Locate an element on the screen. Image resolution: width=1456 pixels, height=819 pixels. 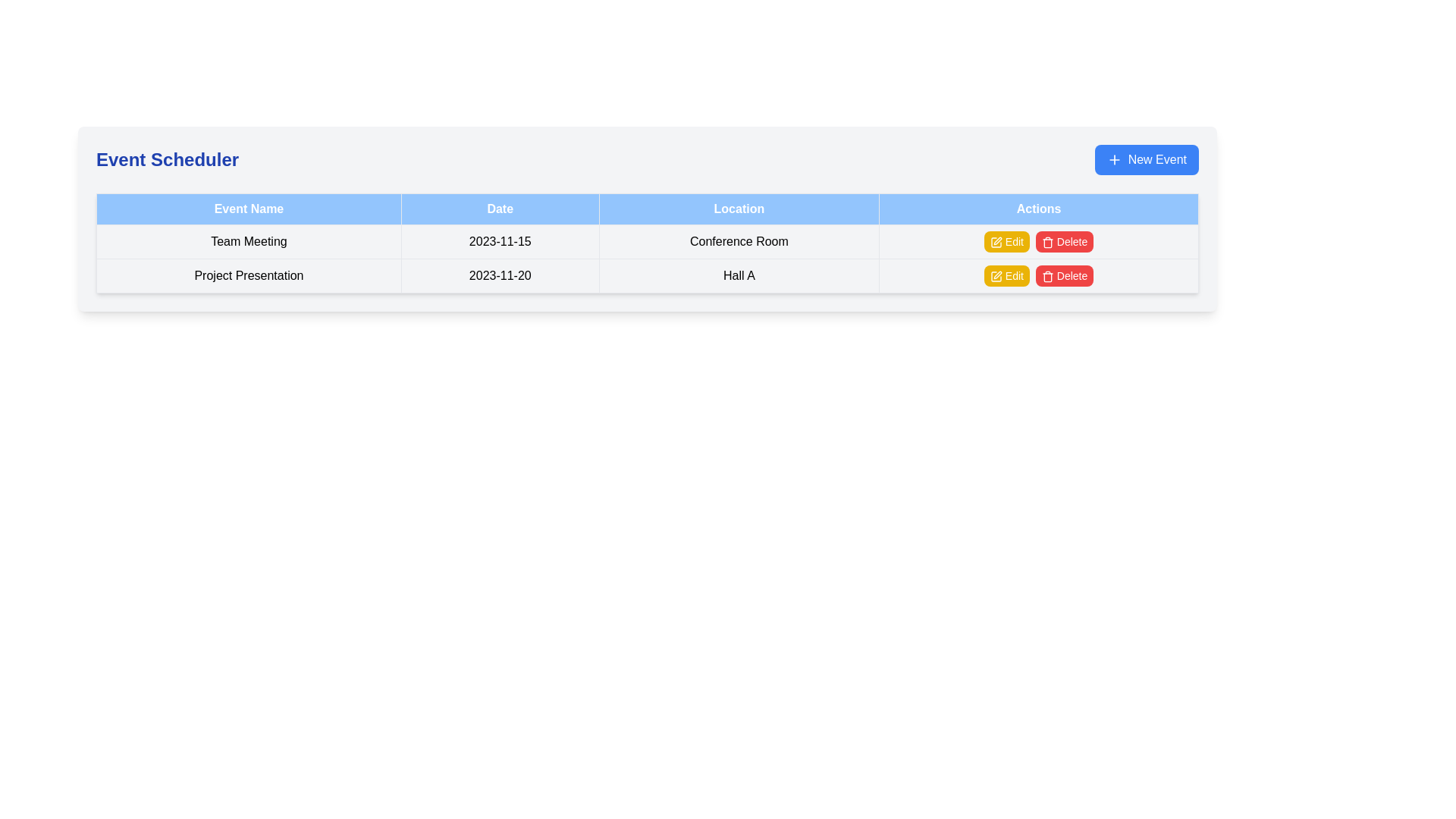
the 'Actions' column header cell in the table, which is the fourth header cell located in the top row, aligned to the right of 'Event Name', 'Date', and 'Location' is located at coordinates (1038, 209).